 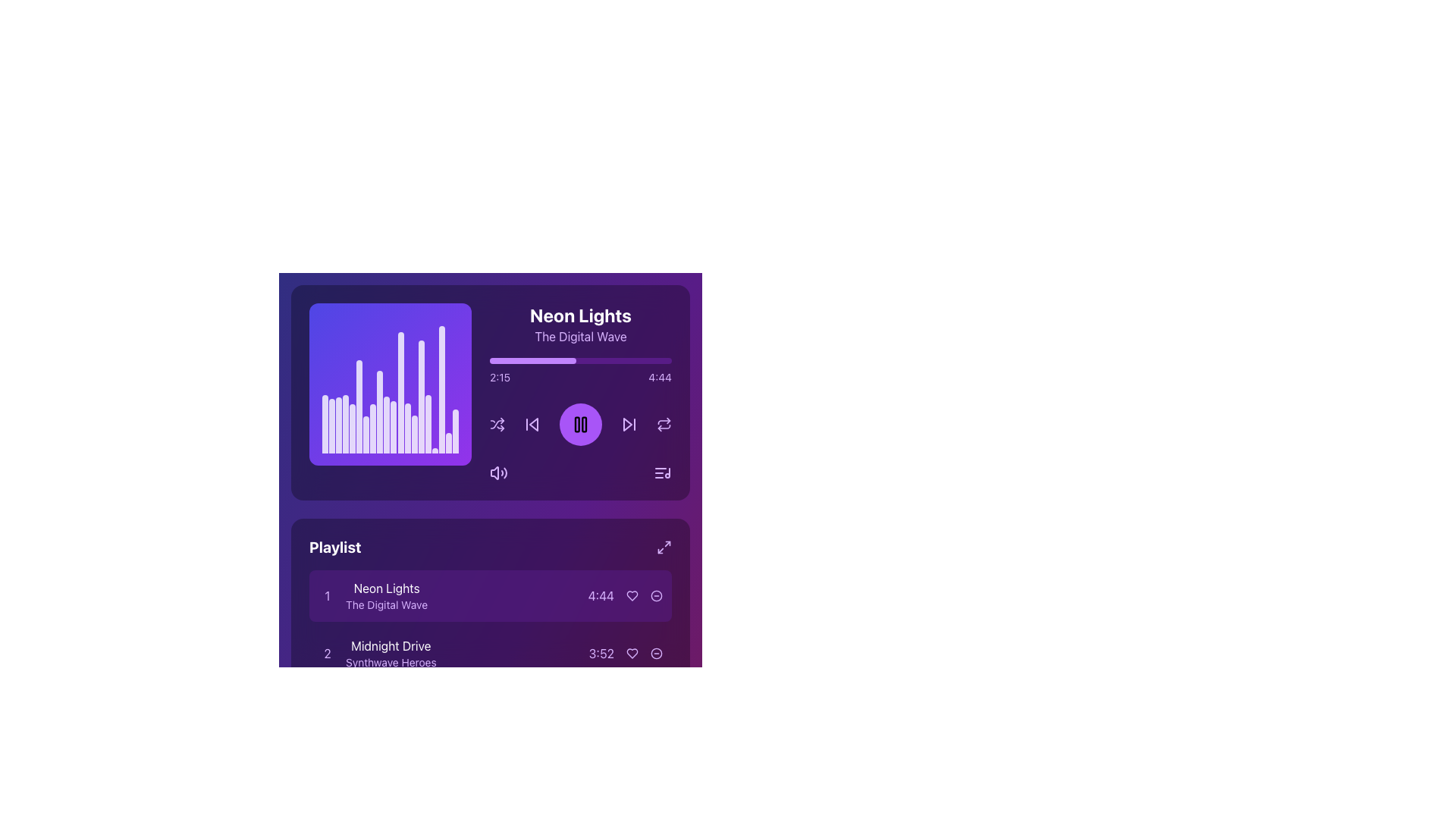 I want to click on the height changes of the eleventh bar from the left in the sound visualizer, which is located beneath the 'Neon Lights - The Digital Wave' title section, so click(x=394, y=427).